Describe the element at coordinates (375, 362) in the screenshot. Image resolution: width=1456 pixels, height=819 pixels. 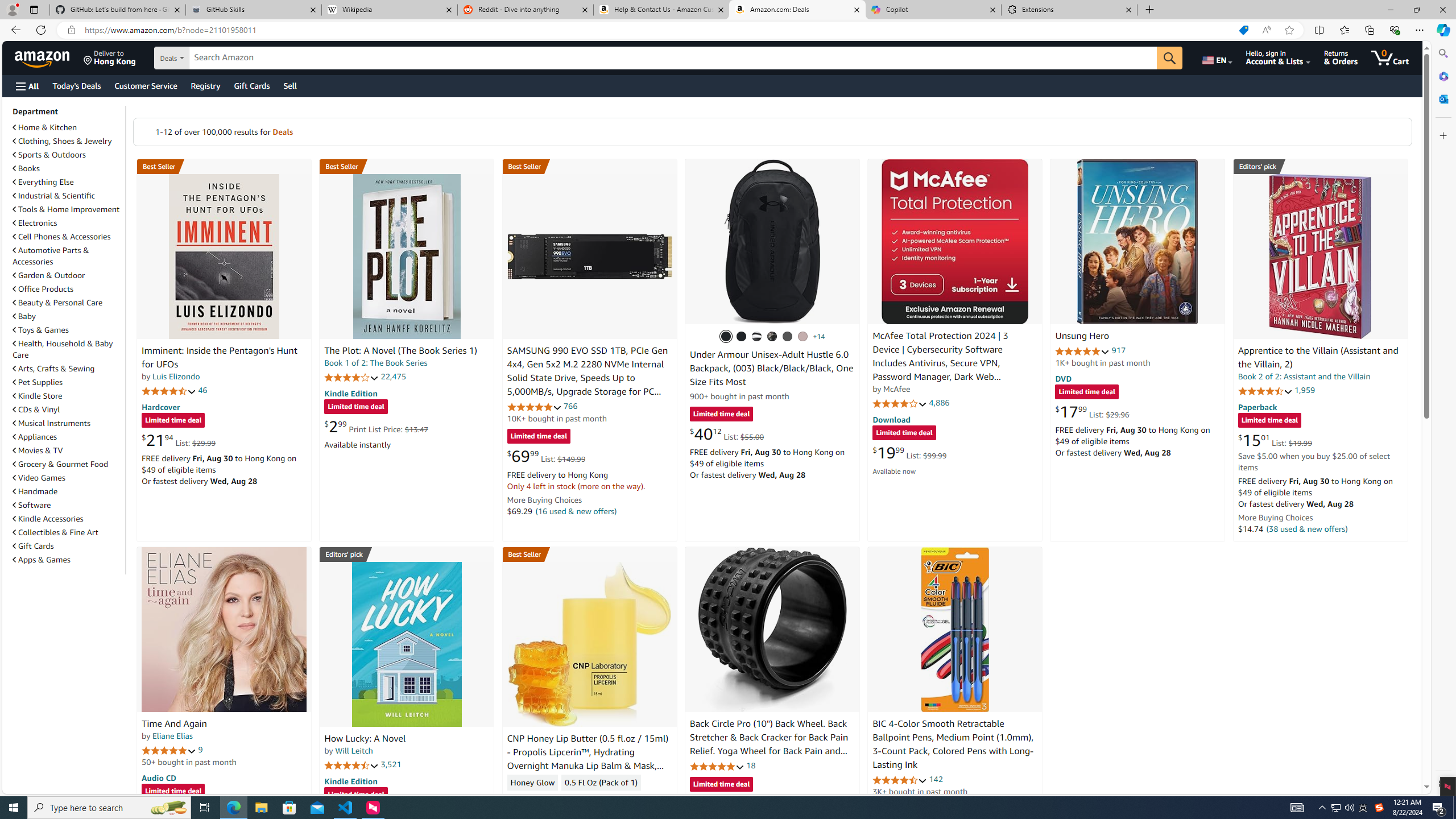
I see `'Book 1 of 2: The Book Series'` at that location.